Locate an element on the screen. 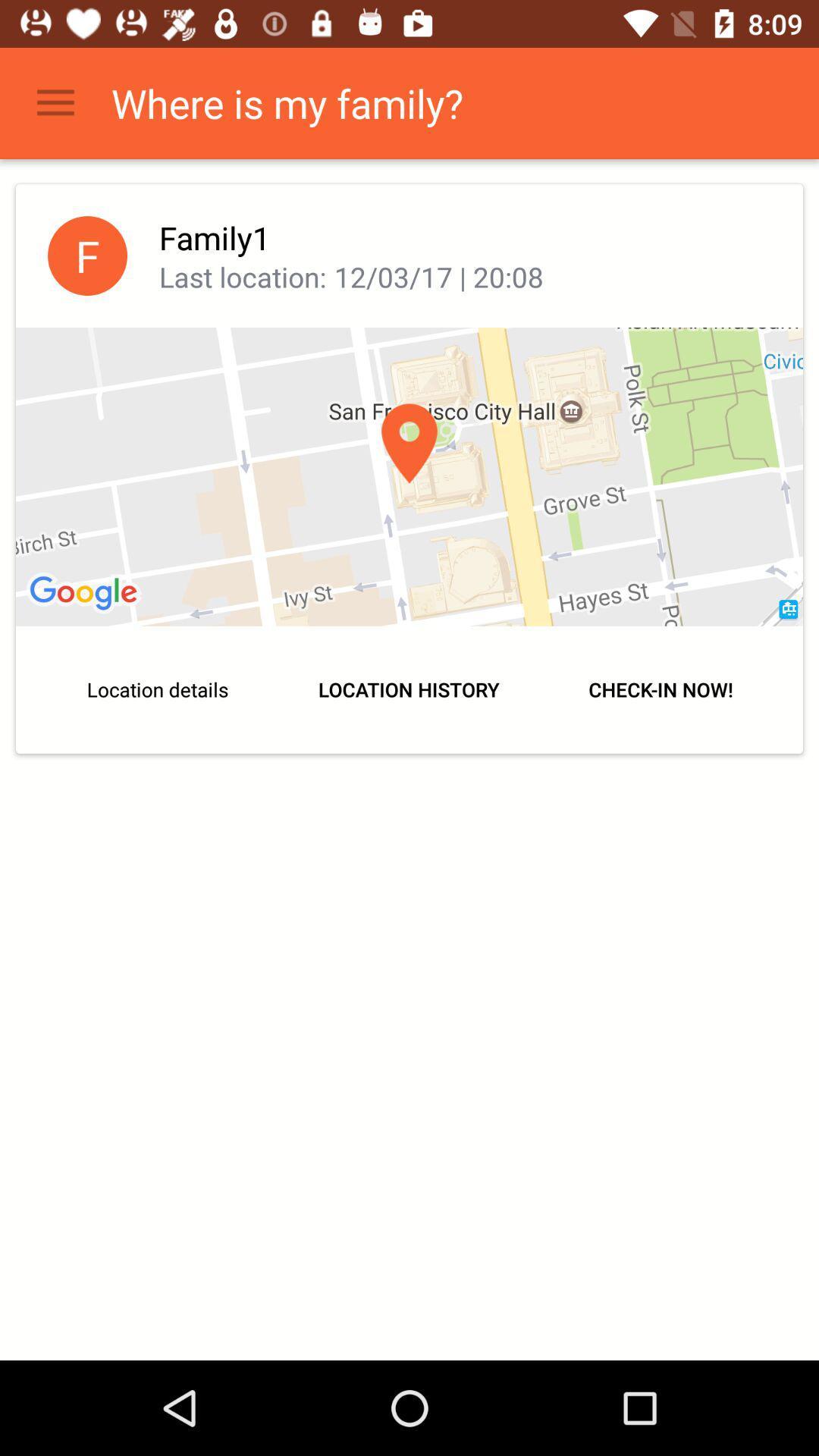 The width and height of the screenshot is (819, 1456). the text google is located at coordinates (86, 593).